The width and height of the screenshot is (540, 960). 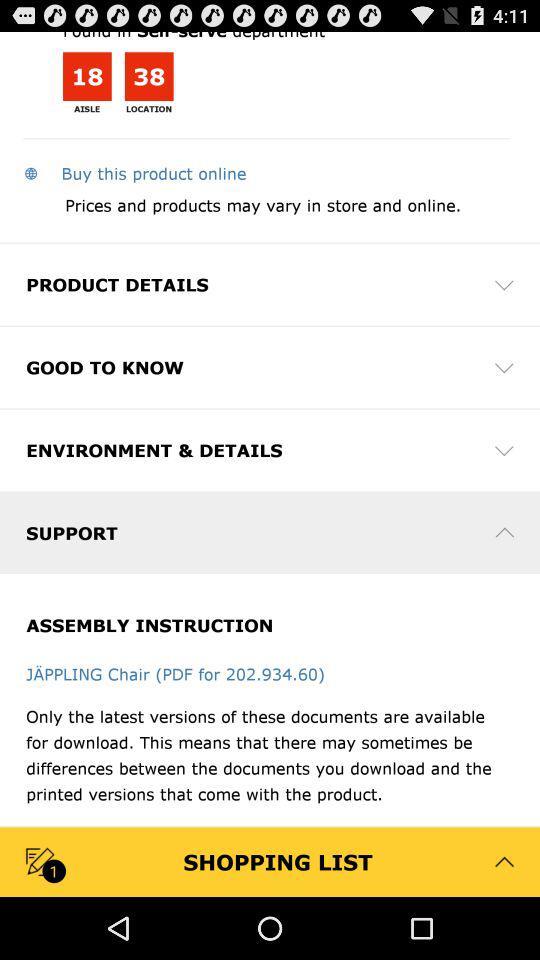 I want to click on buy this product, so click(x=134, y=172).